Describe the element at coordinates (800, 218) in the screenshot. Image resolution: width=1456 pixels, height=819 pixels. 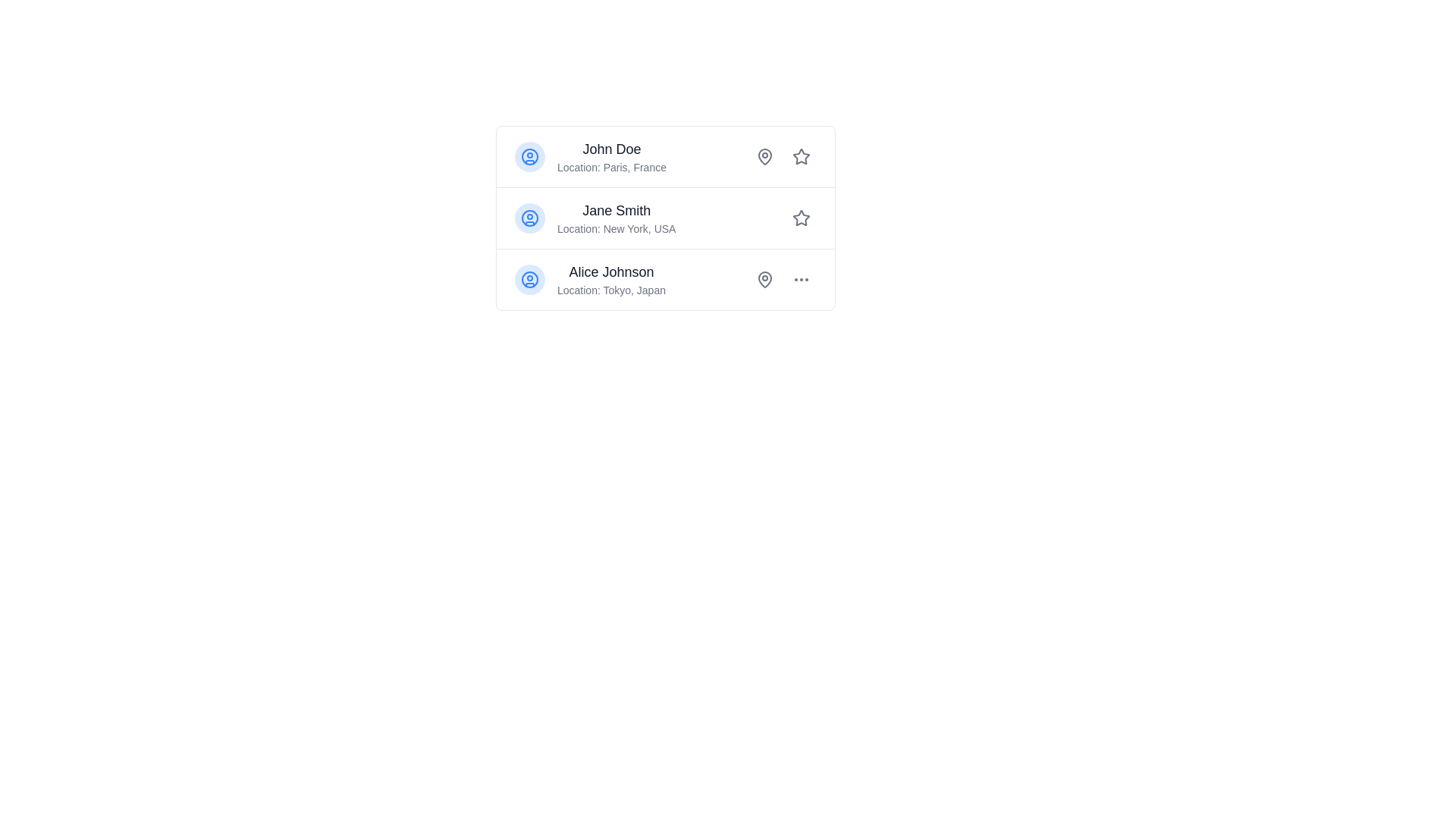
I see `the star icon in the rightmost column of the row for Jane Smith from New York, USA` at that location.